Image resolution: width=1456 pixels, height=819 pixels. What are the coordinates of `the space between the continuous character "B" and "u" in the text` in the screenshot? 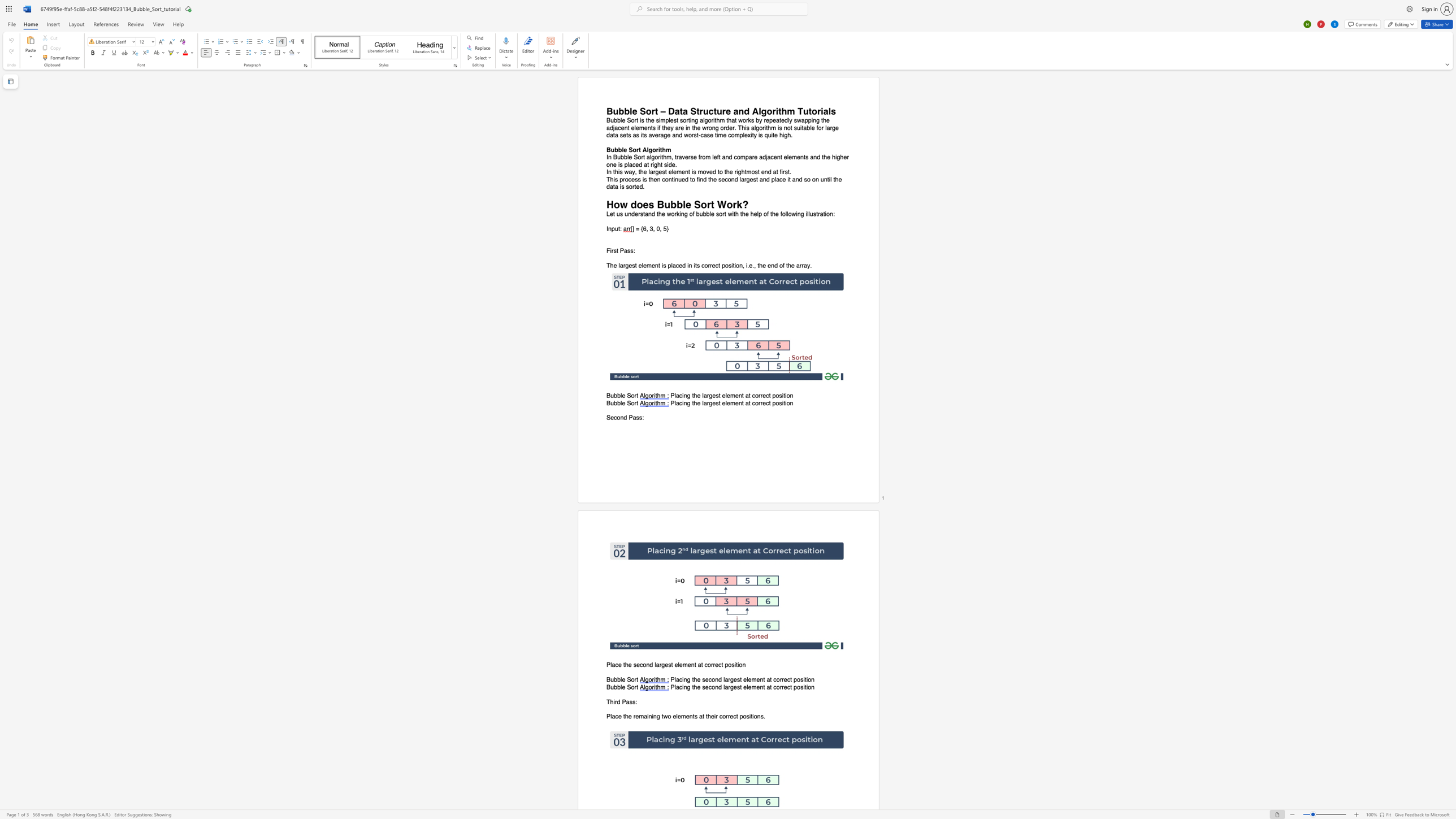 It's located at (610, 687).